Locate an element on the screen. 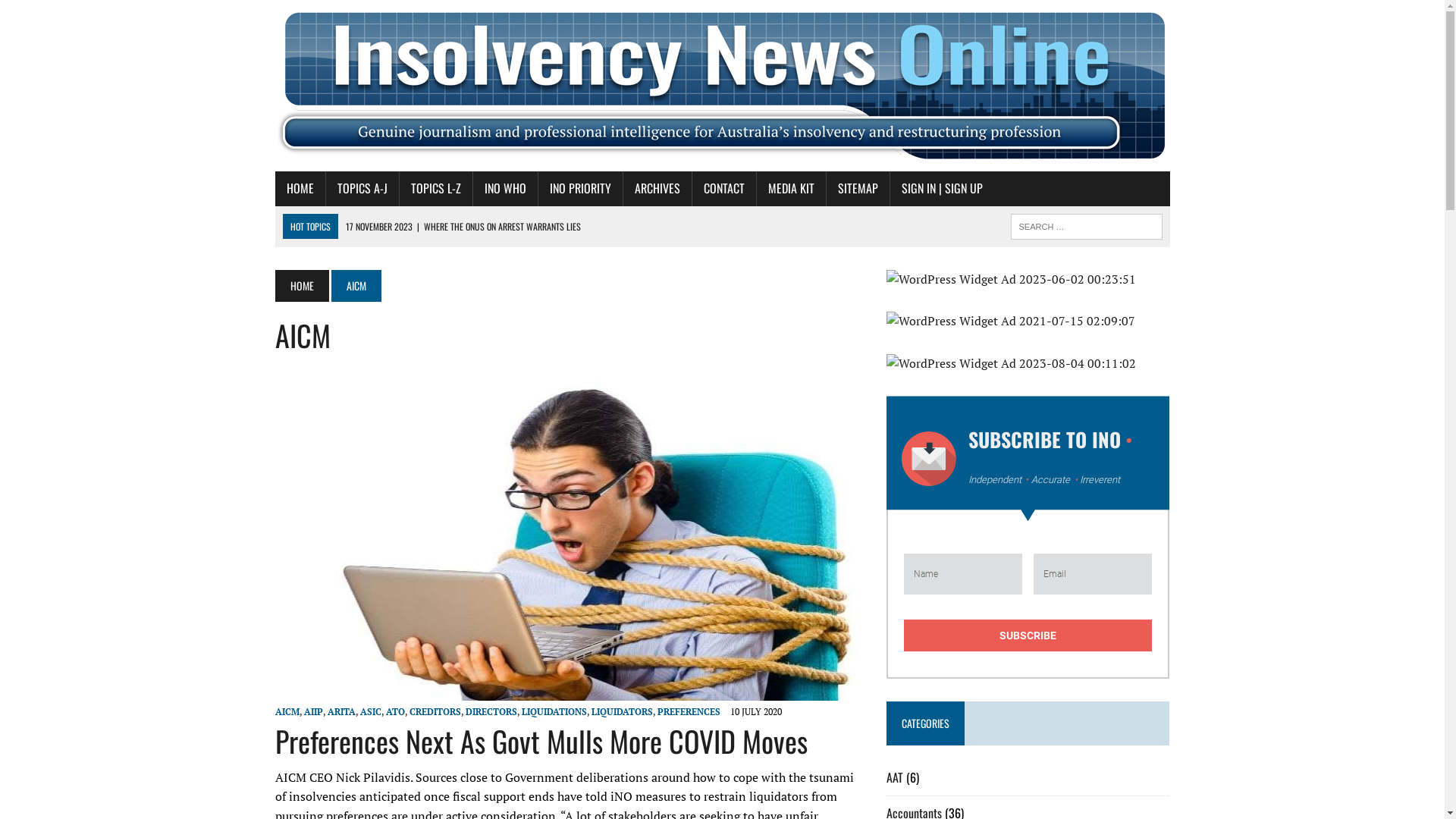  'CREDITORS' is located at coordinates (409, 711).